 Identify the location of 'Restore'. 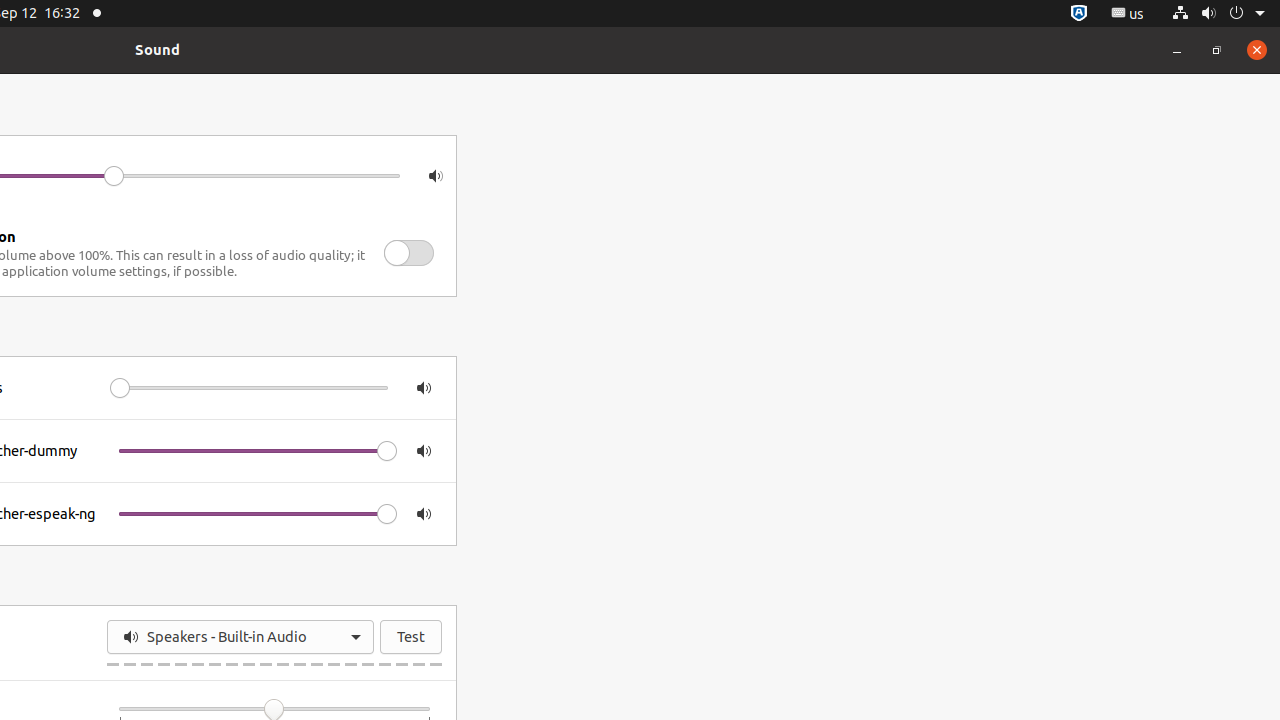
(1216, 48).